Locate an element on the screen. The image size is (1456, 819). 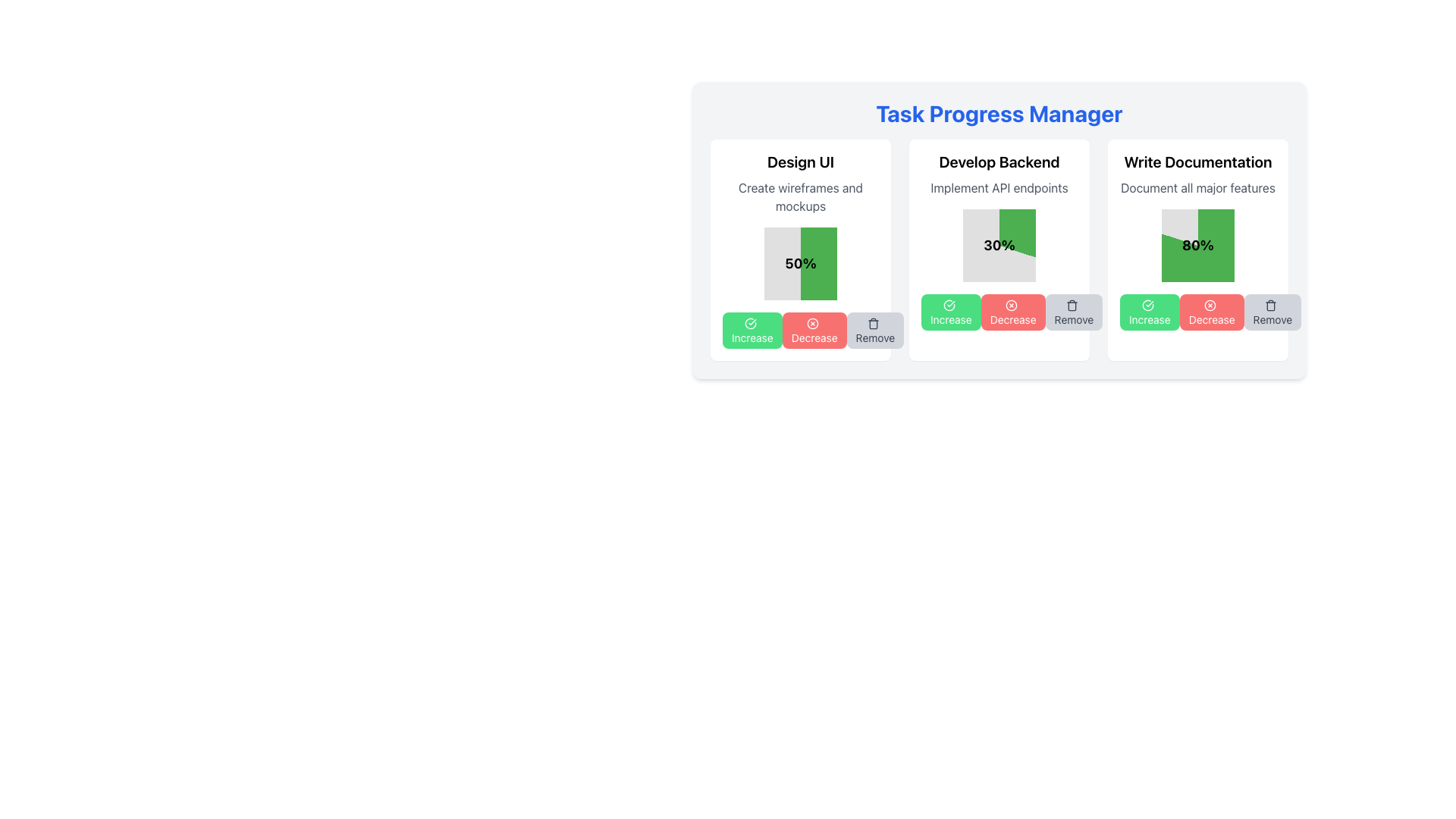
the Circular Progress Indicator displaying '80%' is located at coordinates (1197, 245).